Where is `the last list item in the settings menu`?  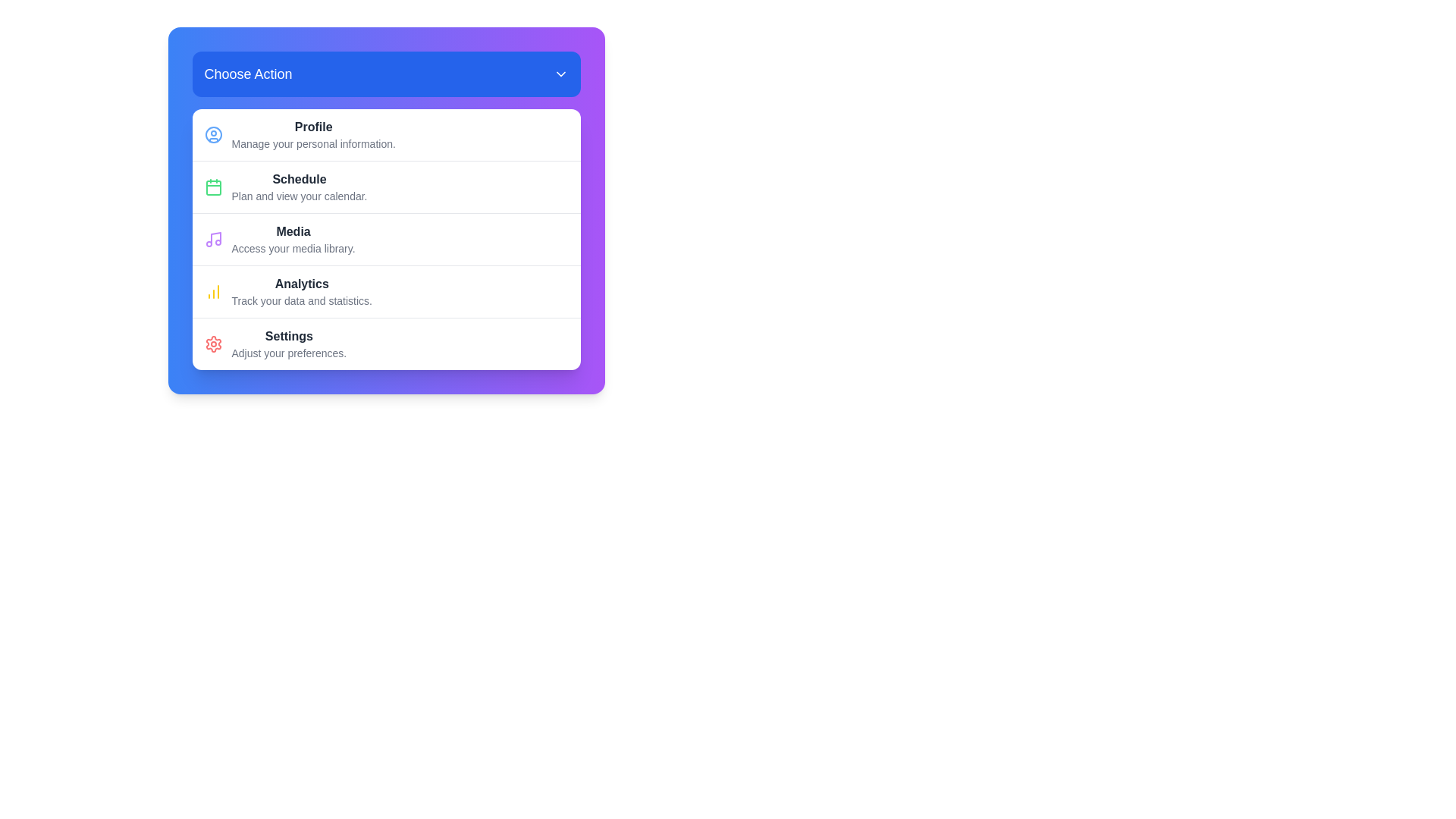 the last list item in the settings menu is located at coordinates (386, 344).